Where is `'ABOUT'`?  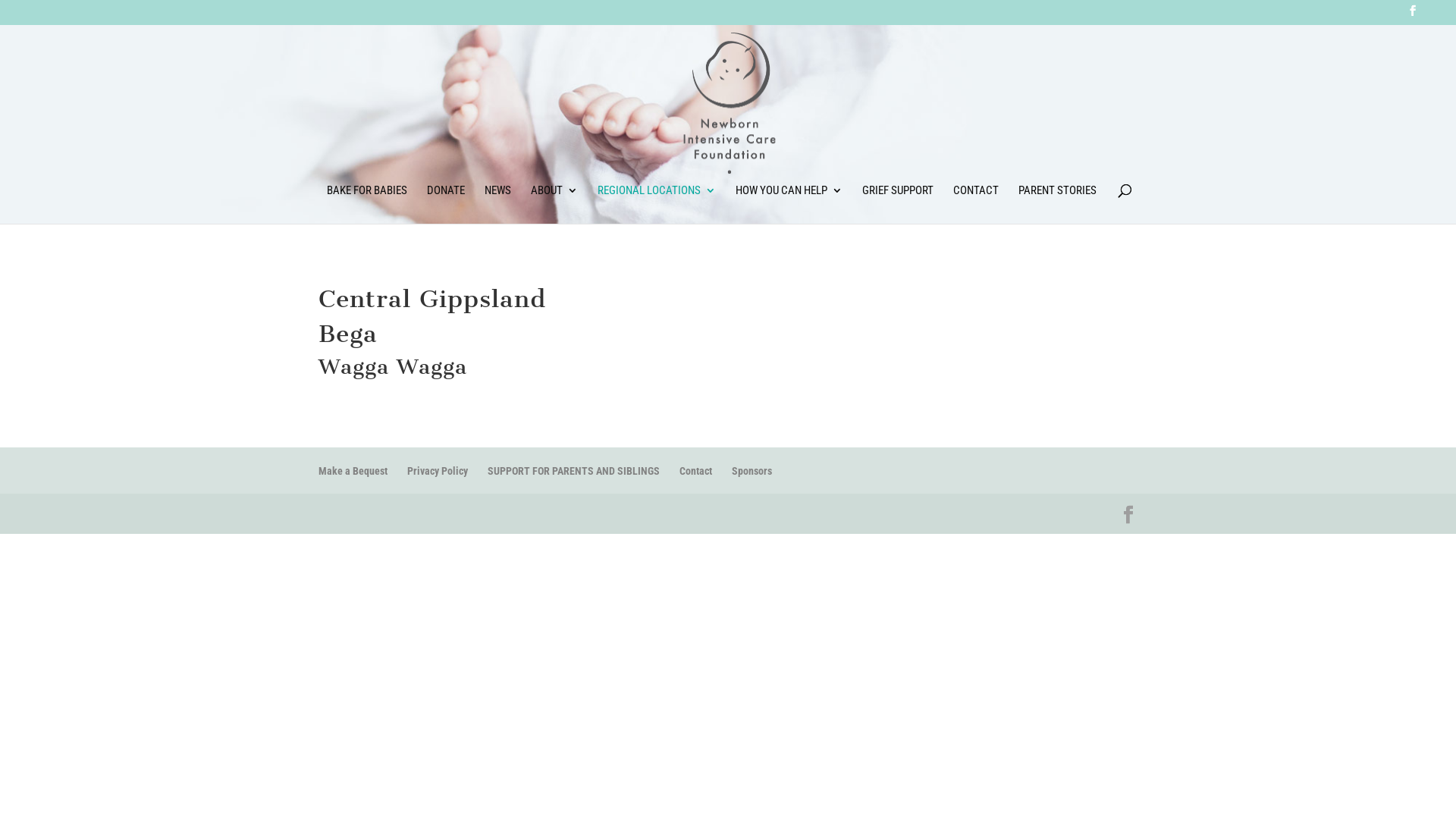 'ABOUT' is located at coordinates (531, 203).